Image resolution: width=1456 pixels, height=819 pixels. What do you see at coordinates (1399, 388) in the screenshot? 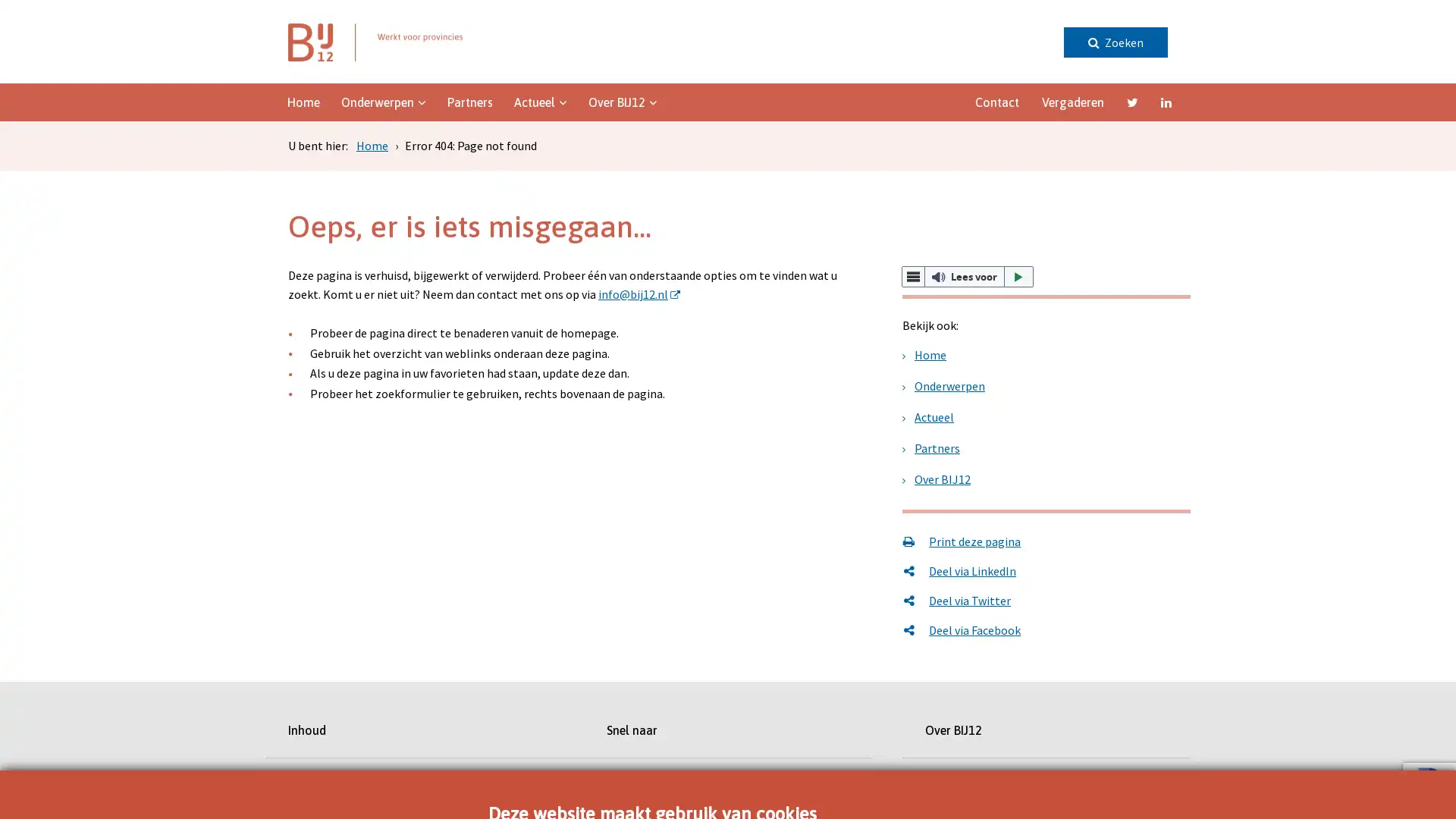
I see `Scroll naar de bovenkant van deze pagina` at bounding box center [1399, 388].